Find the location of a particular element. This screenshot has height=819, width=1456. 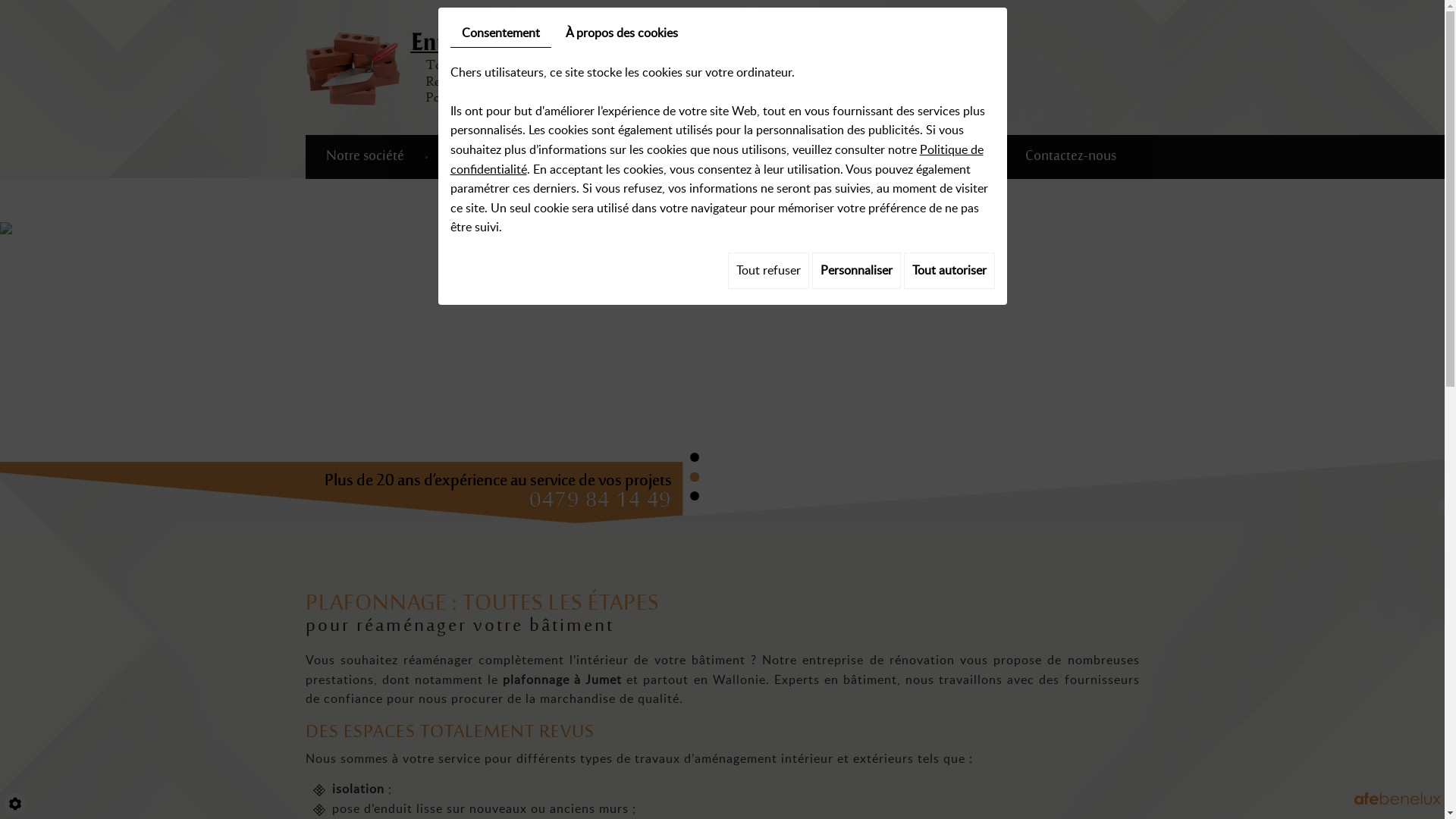

'Contactez-nous' is located at coordinates (1069, 157).